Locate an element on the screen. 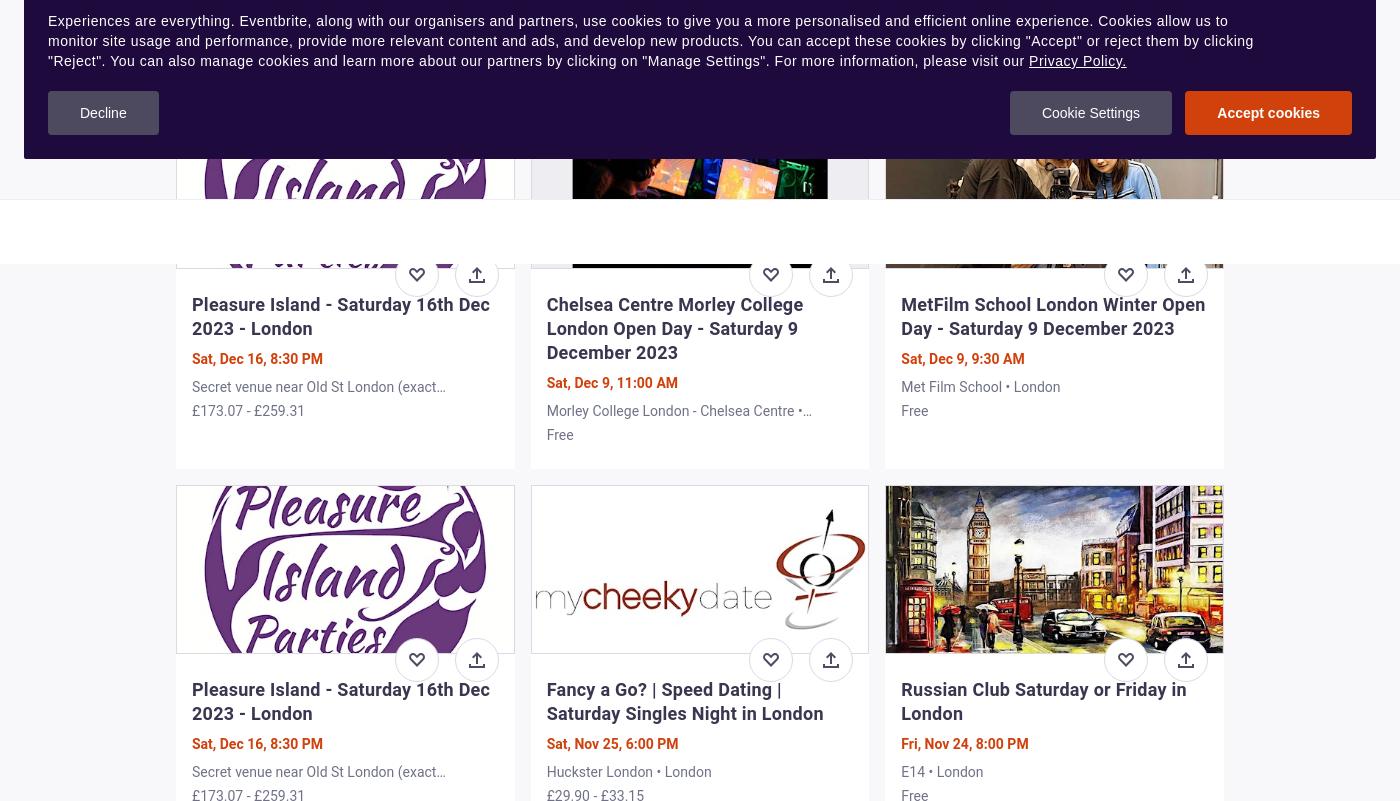 The height and width of the screenshot is (801, 1400). '£16.96 - £20.21' is located at coordinates (949, 24).